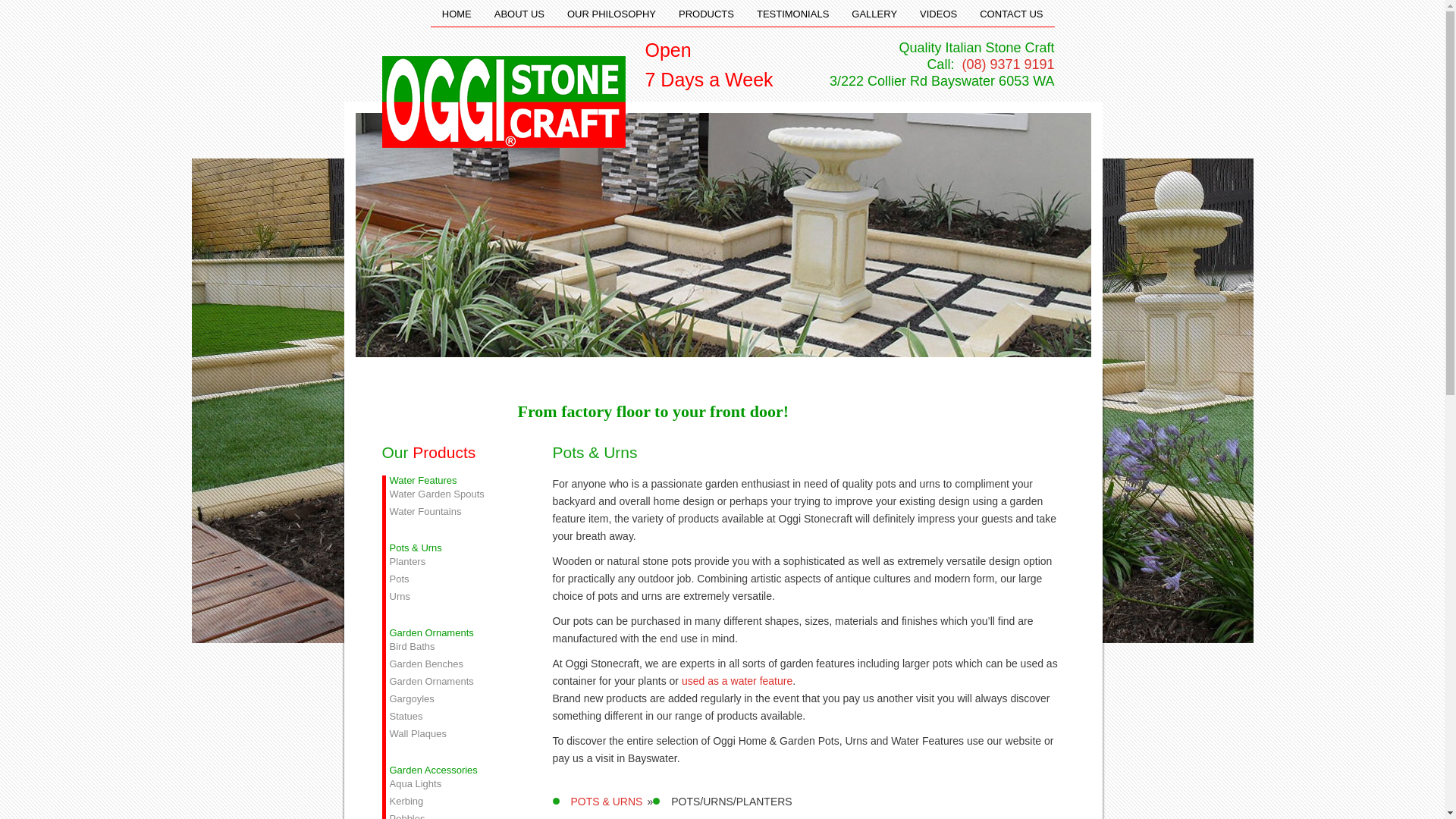  What do you see at coordinates (680, 680) in the screenshot?
I see `'used as a water feature'` at bounding box center [680, 680].